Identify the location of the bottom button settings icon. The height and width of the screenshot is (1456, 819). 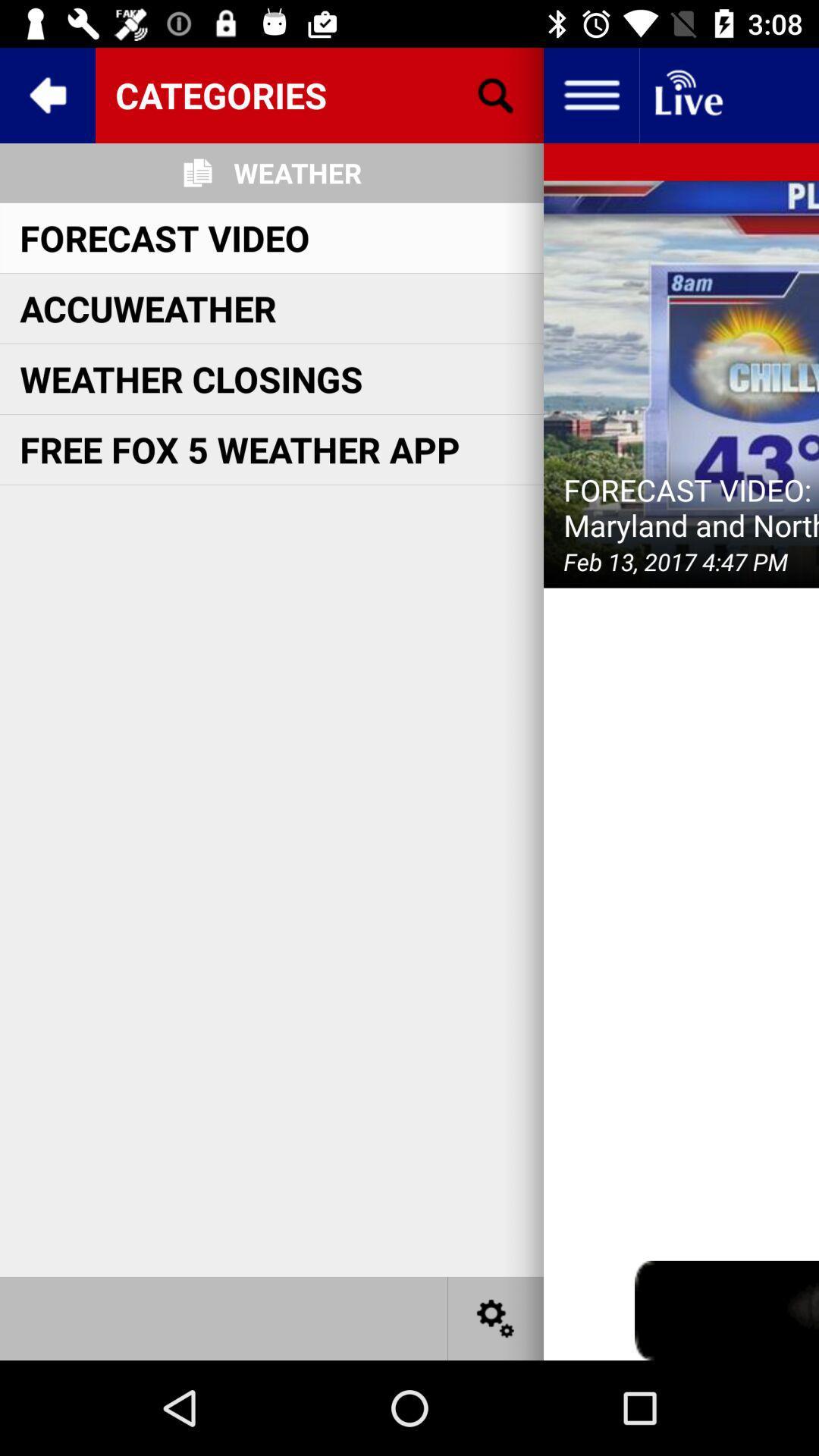
(496, 1317).